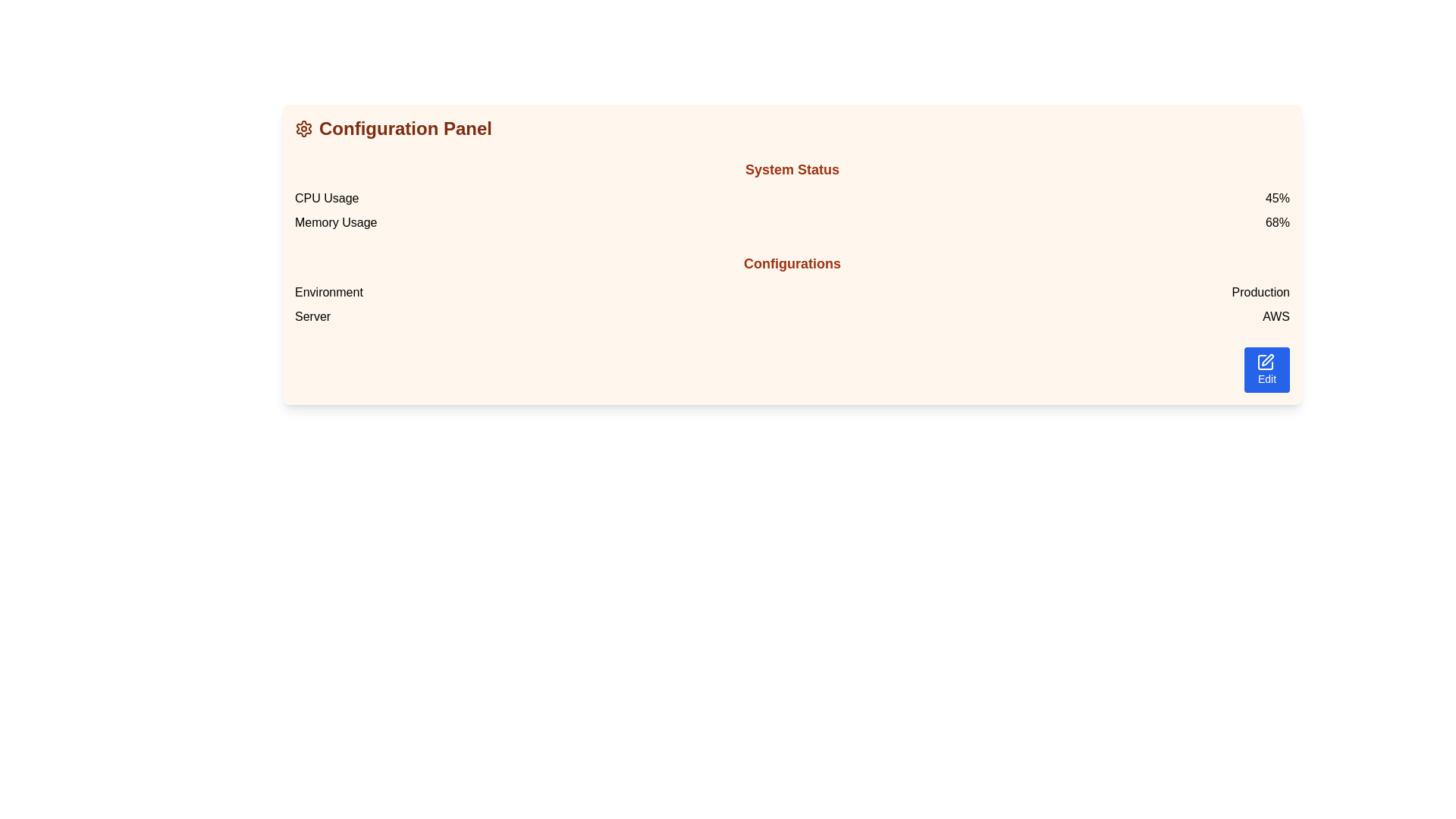 The image size is (1456, 819). I want to click on the Text Label displaying '68%' in bold black font, which is part of the Memory Usage section and is located adjacent to the 'Memory Usage' label, so click(1276, 222).